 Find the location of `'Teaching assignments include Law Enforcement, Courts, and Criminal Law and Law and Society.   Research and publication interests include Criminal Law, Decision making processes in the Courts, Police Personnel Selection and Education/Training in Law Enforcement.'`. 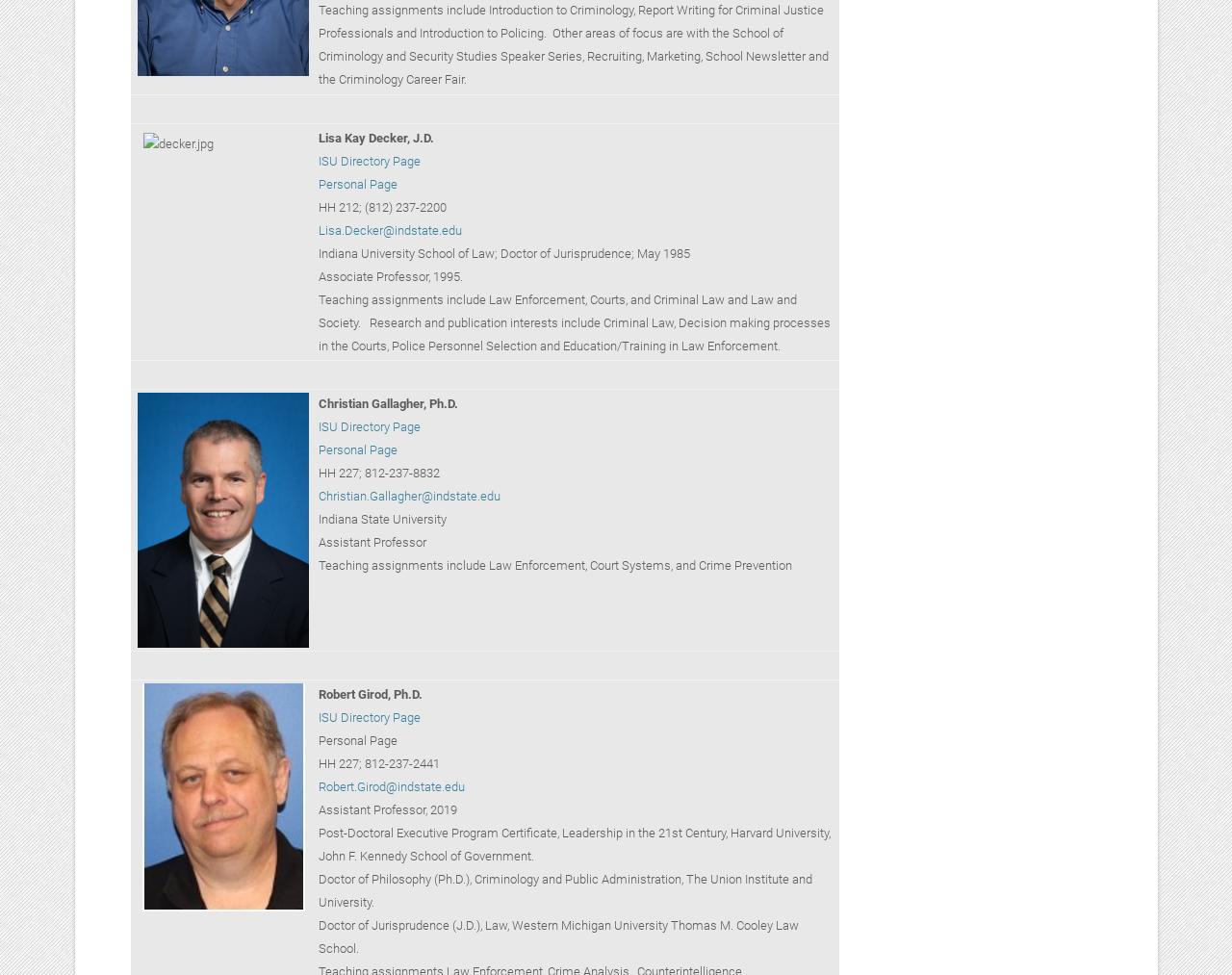

'Teaching assignments include Law Enforcement, Courts, and Criminal Law and Law and Society.   Research and publication interests include Criminal Law, Decision making processes in the Courts, Police Personnel Selection and Education/Training in Law Enforcement.' is located at coordinates (572, 321).